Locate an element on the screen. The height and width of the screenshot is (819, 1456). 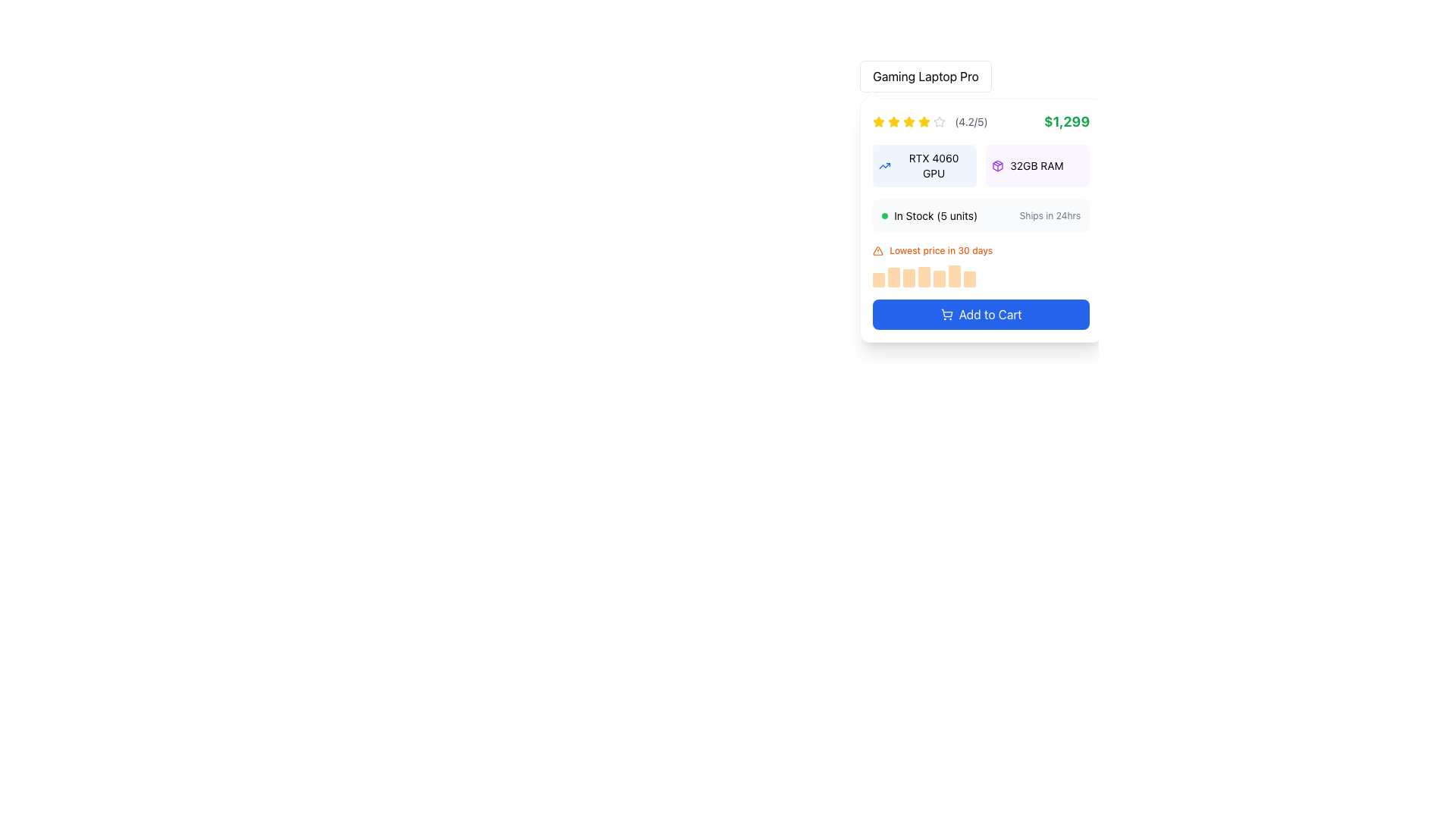
informational panel labeled 'In Stock (5 units)' and 'Ships in 24hrs' located beneath the specifications on the product details card is located at coordinates (981, 216).